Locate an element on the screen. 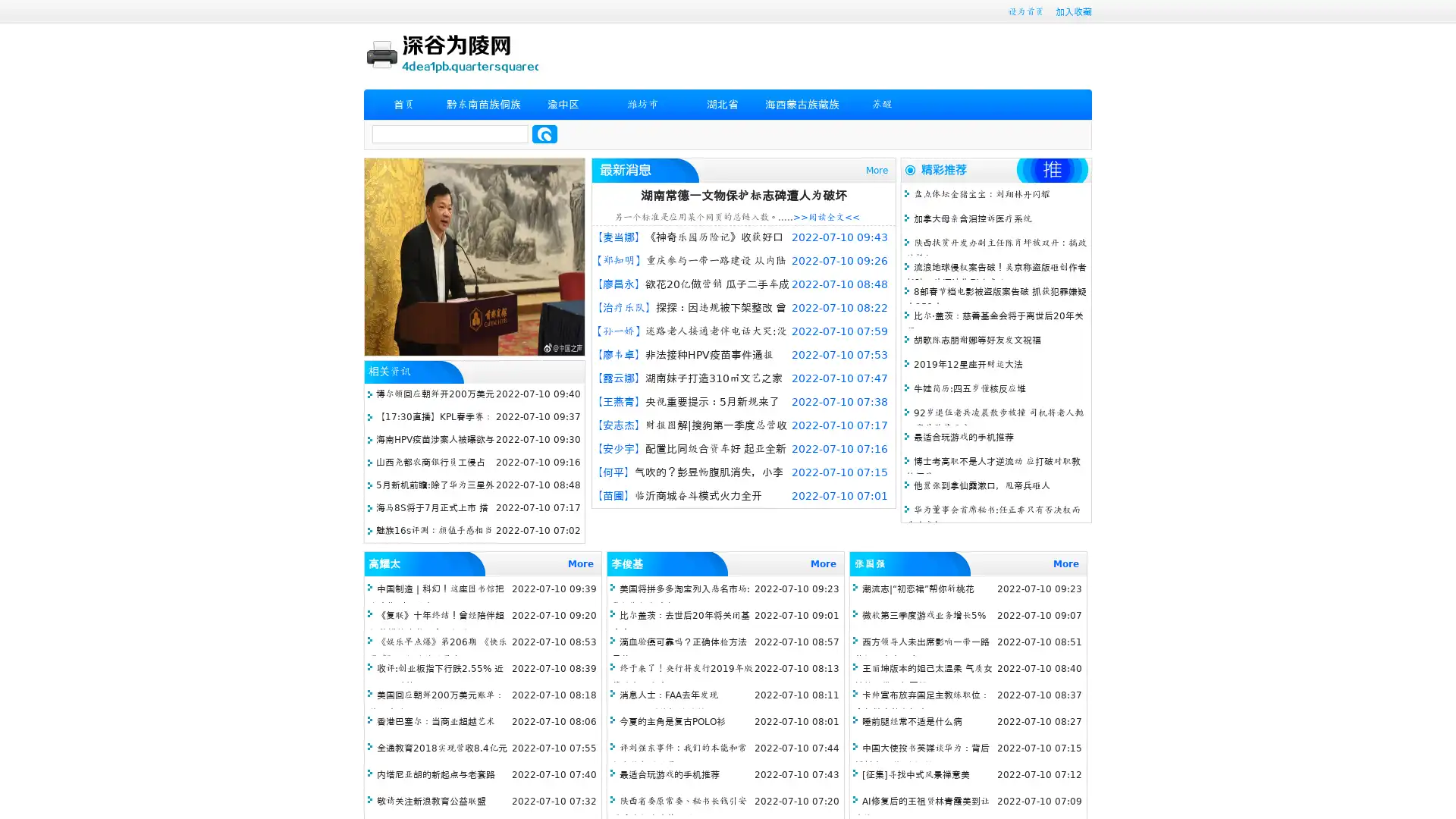 Image resolution: width=1456 pixels, height=819 pixels. Search is located at coordinates (544, 133).